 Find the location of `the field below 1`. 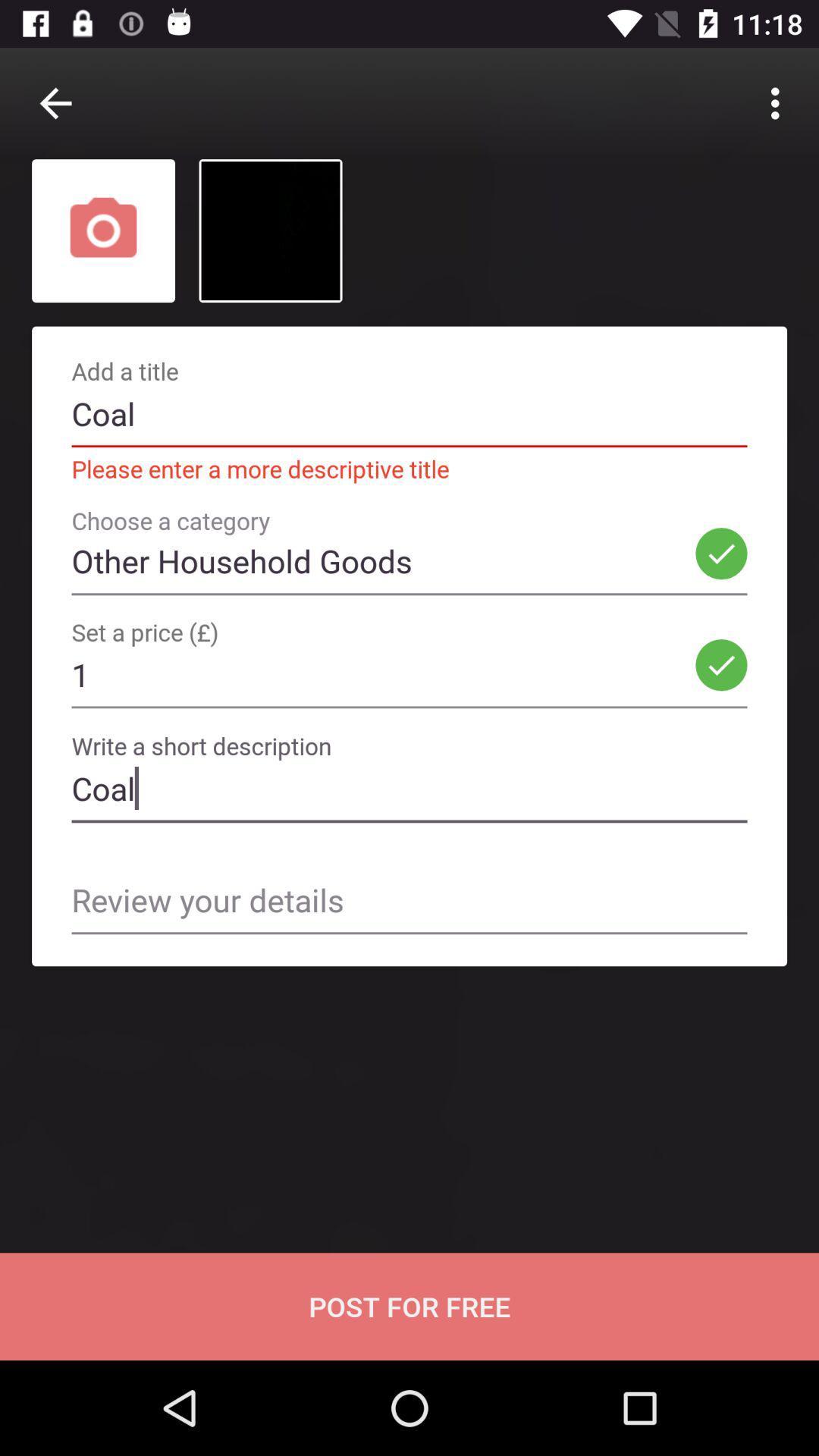

the field below 1 is located at coordinates (409, 765).